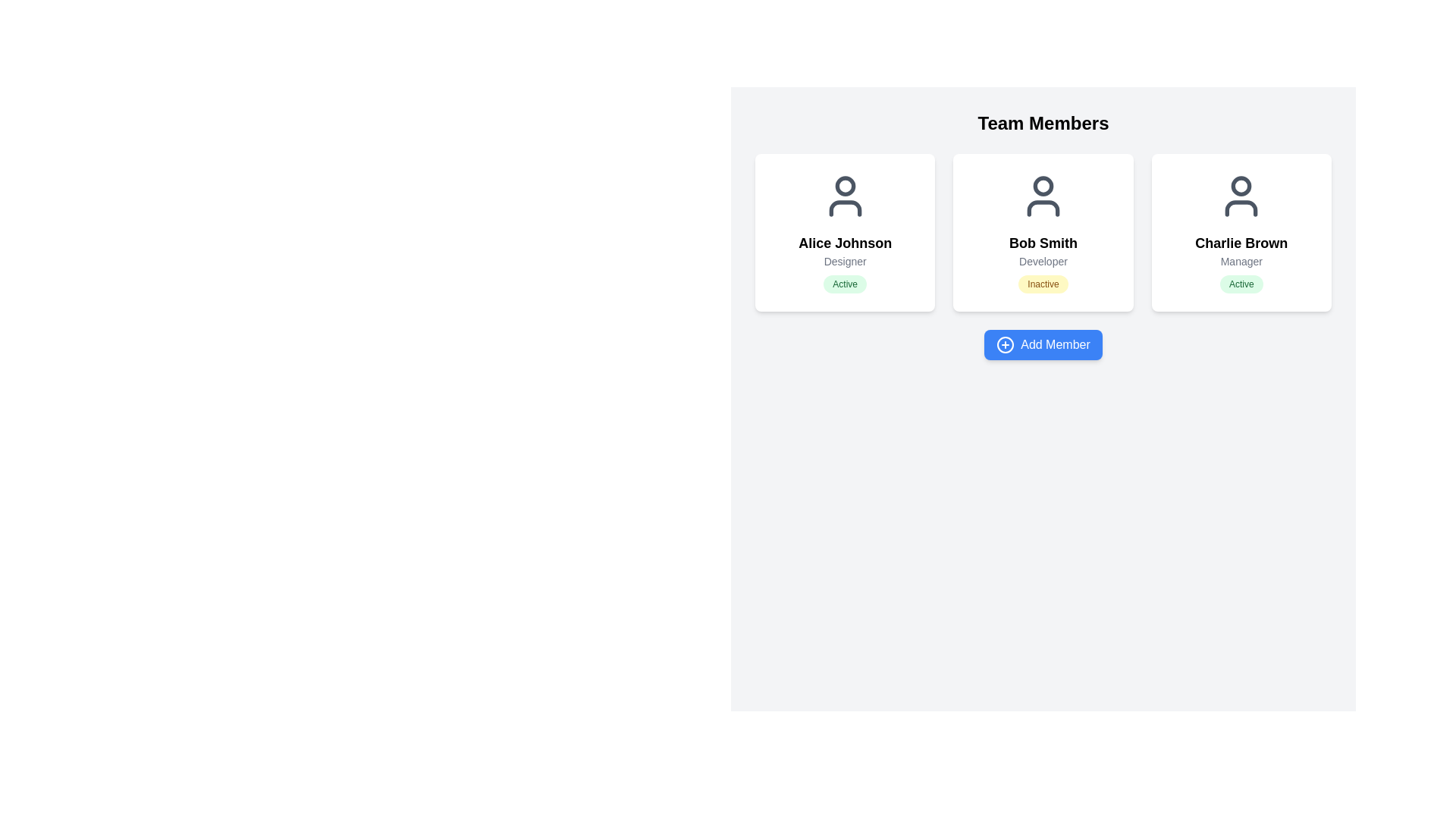 The height and width of the screenshot is (819, 1456). What do you see at coordinates (1043, 185) in the screenshot?
I see `the circular element within the SVG component of Bob Smith's profile card, located above the name and role text` at bounding box center [1043, 185].